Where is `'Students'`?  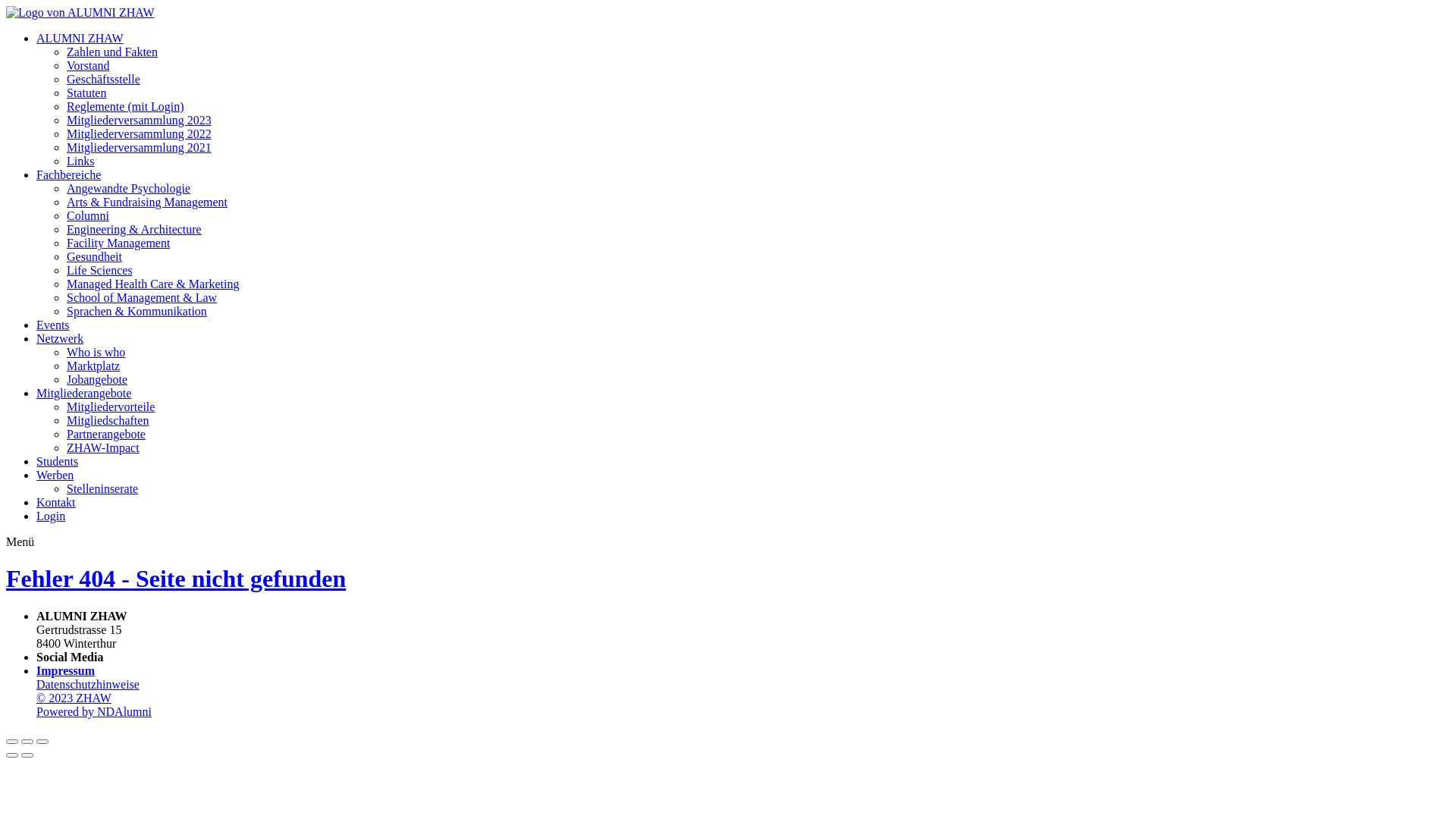
'Students' is located at coordinates (57, 460).